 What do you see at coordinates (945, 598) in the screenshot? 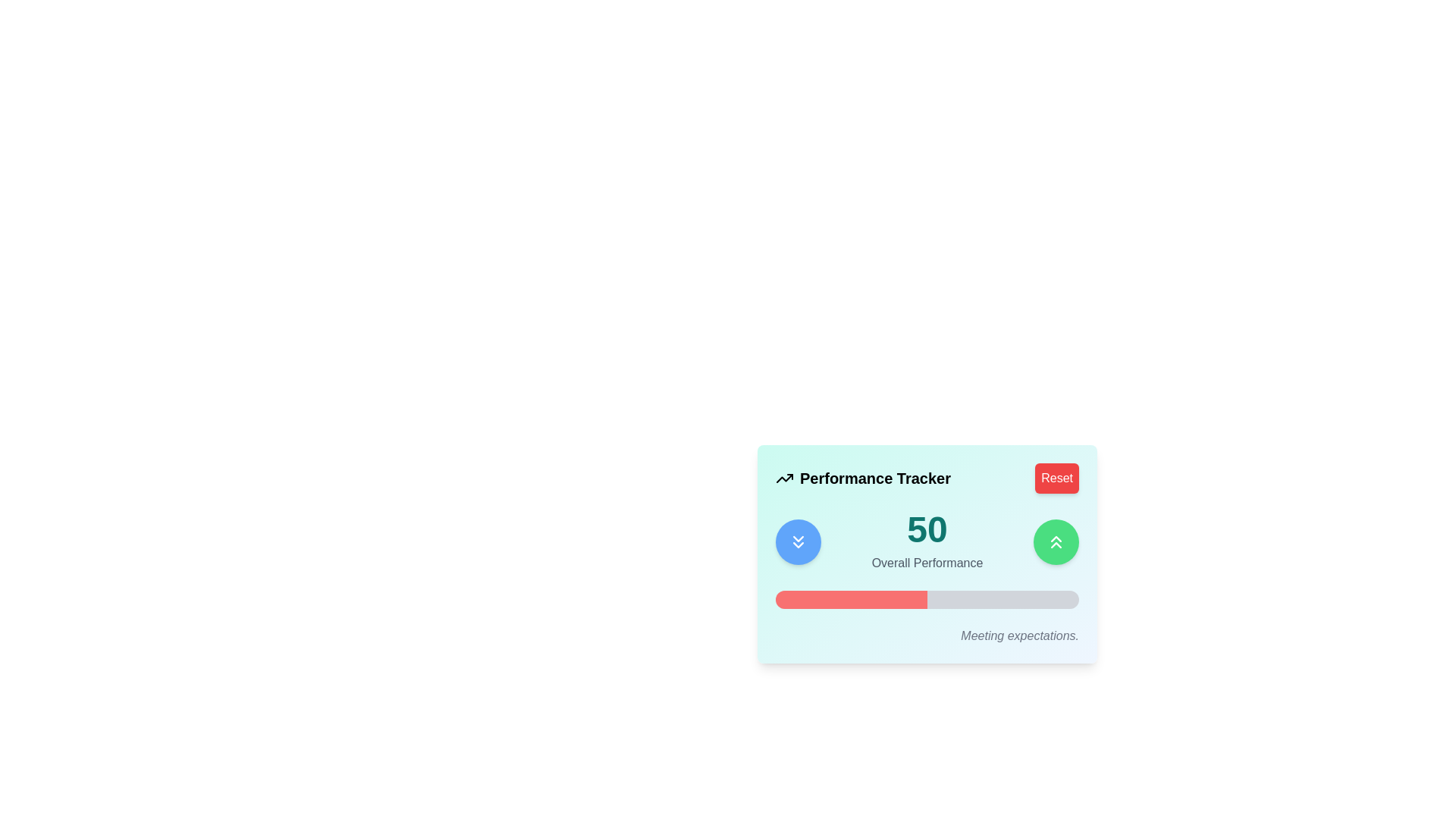
I see `performance level` at bounding box center [945, 598].